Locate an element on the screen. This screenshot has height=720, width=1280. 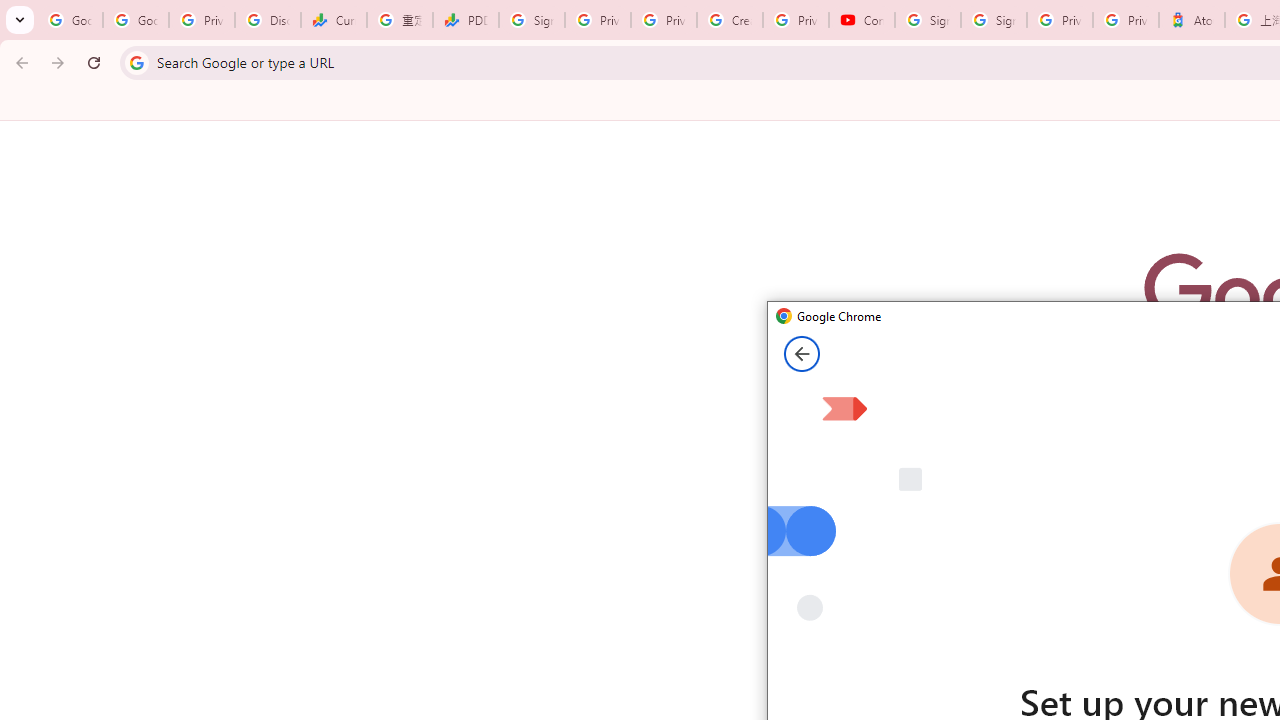
'Currencies - Google Finance' is located at coordinates (334, 20).